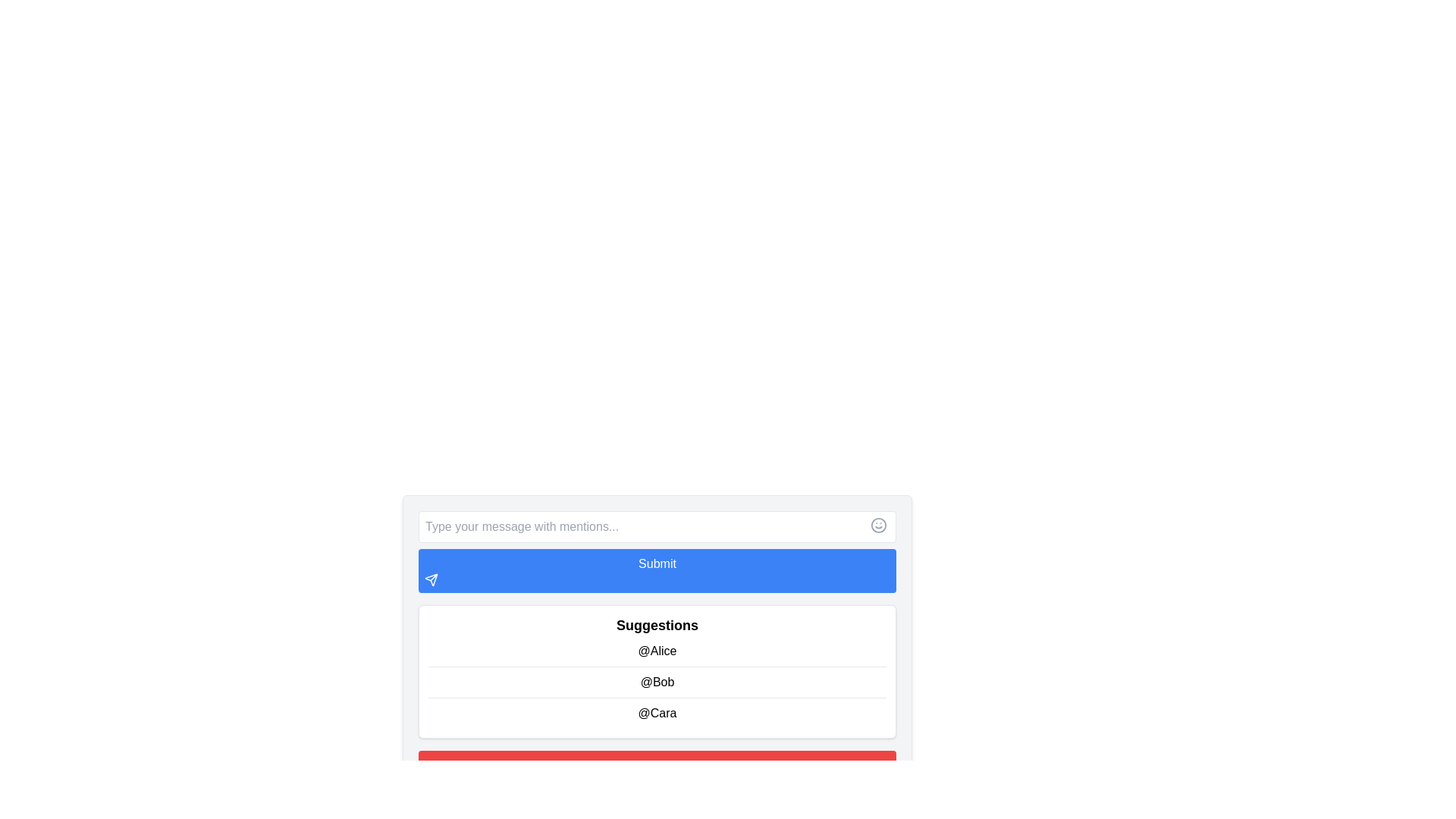  I want to click on the first suggestion item '@Alice' displayed in the suggestions list, located below the blue 'Submit' button, so click(657, 651).